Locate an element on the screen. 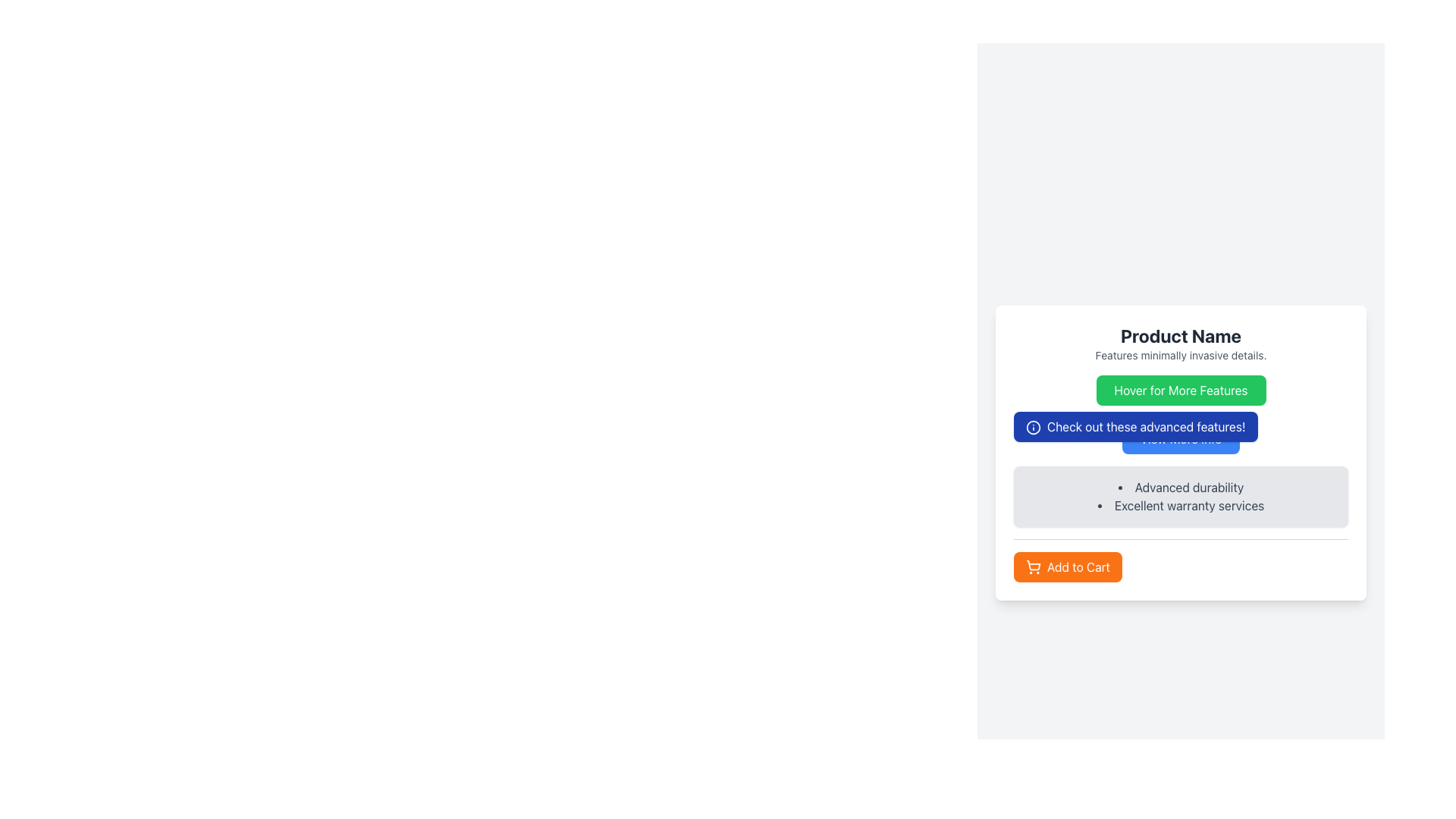 This screenshot has height=819, width=1456. the 'View More Info' button, which is a blue button with white text, located below another blue button in the card layout is located at coordinates (1180, 438).